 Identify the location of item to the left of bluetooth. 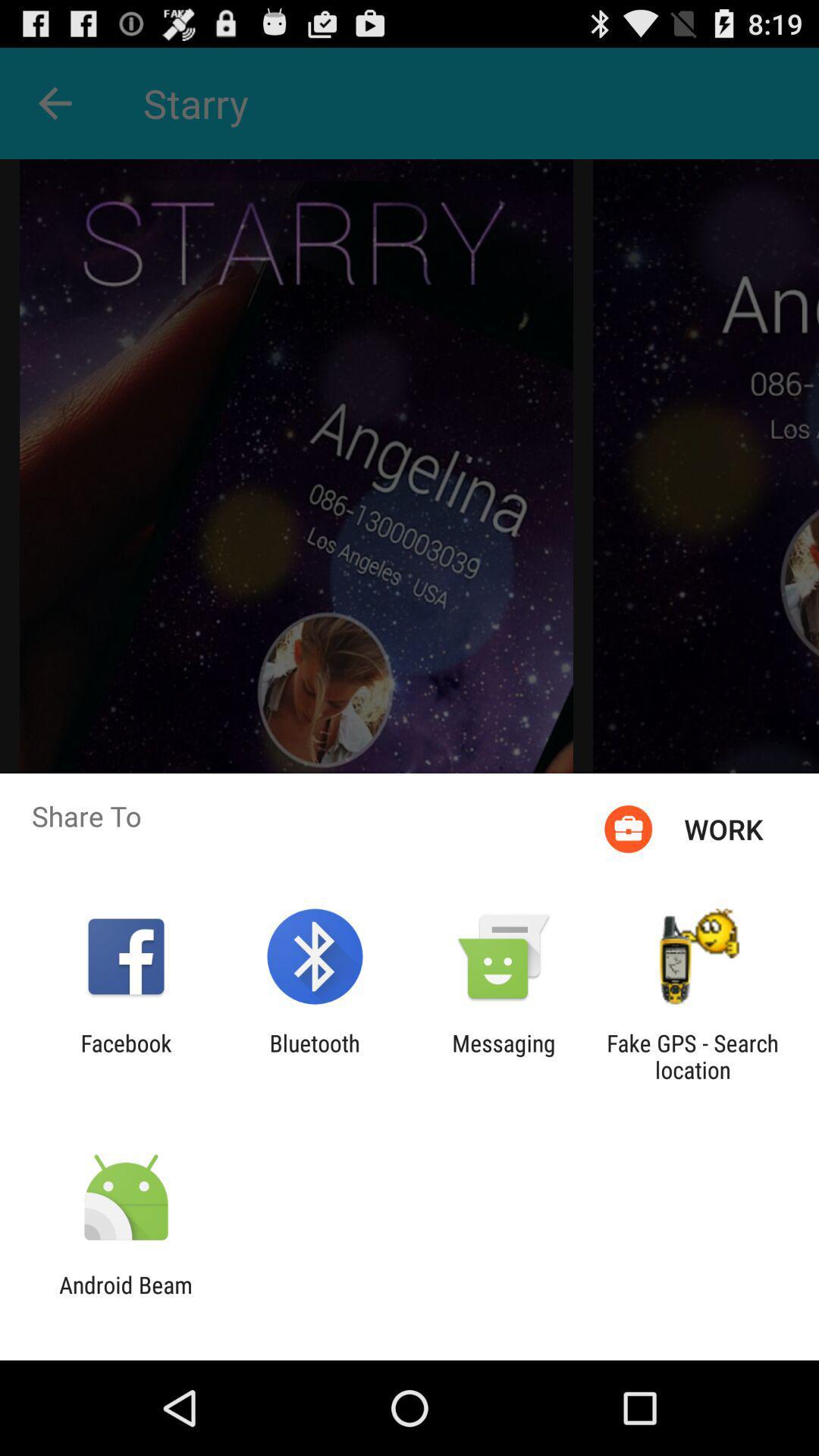
(125, 1056).